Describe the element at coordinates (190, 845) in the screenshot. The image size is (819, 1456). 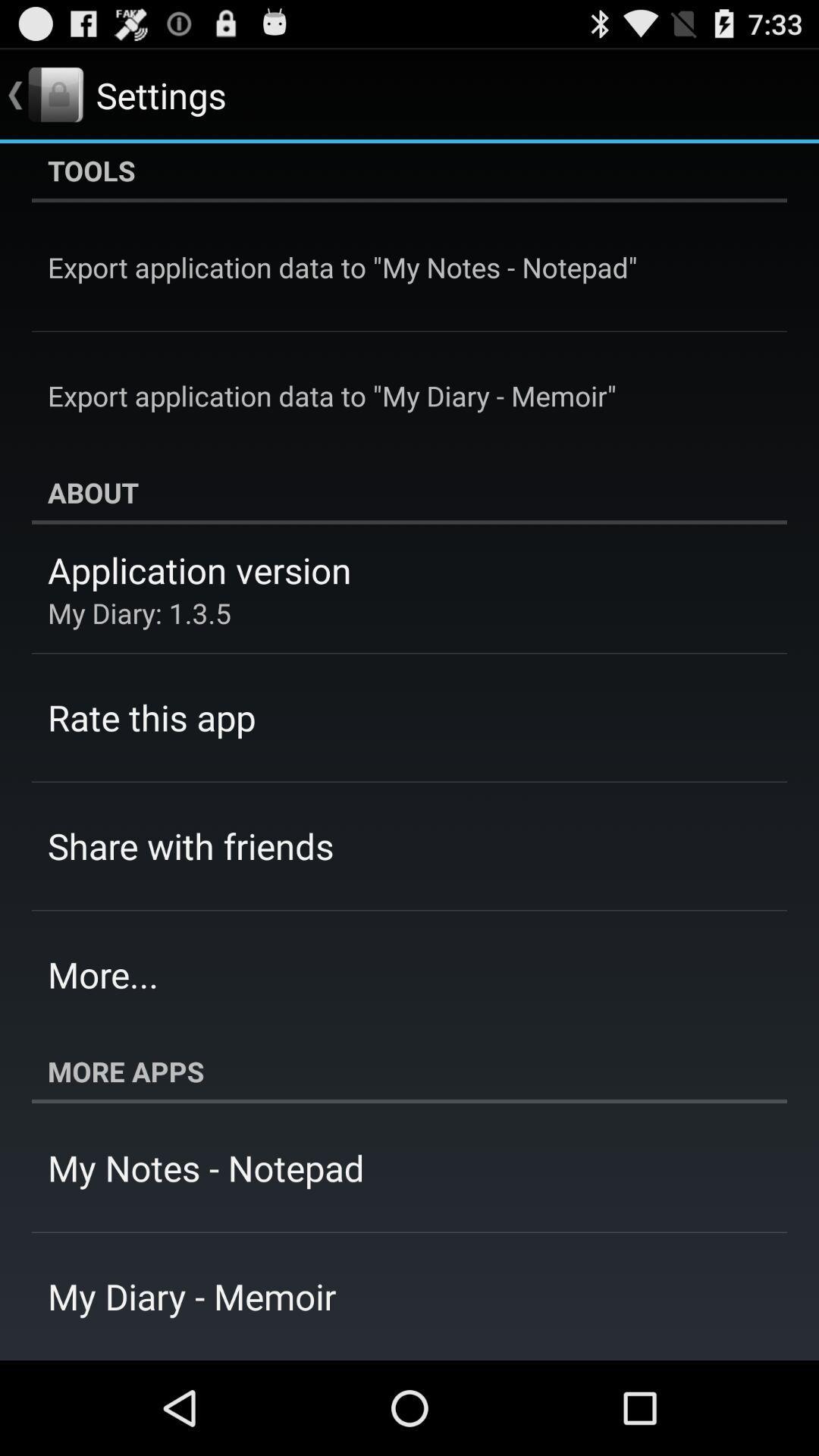
I see `the share with friends item` at that location.